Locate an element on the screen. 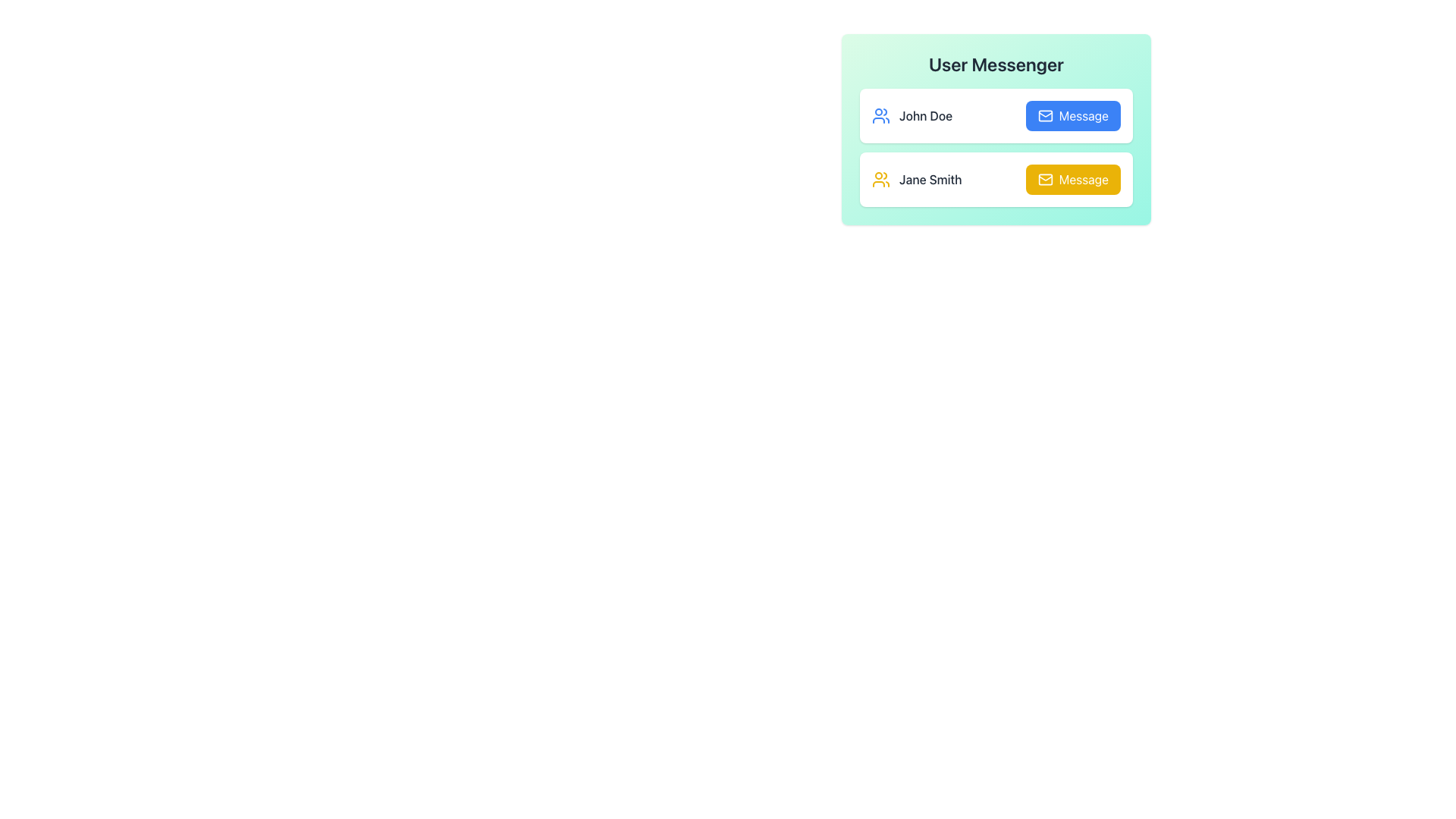 The width and height of the screenshot is (1456, 819). the messaging icon located to the left of the 'Message' text within the yellow 'Message' button aligned with 'Jane Smith' to interact with the button behind it is located at coordinates (1044, 178).